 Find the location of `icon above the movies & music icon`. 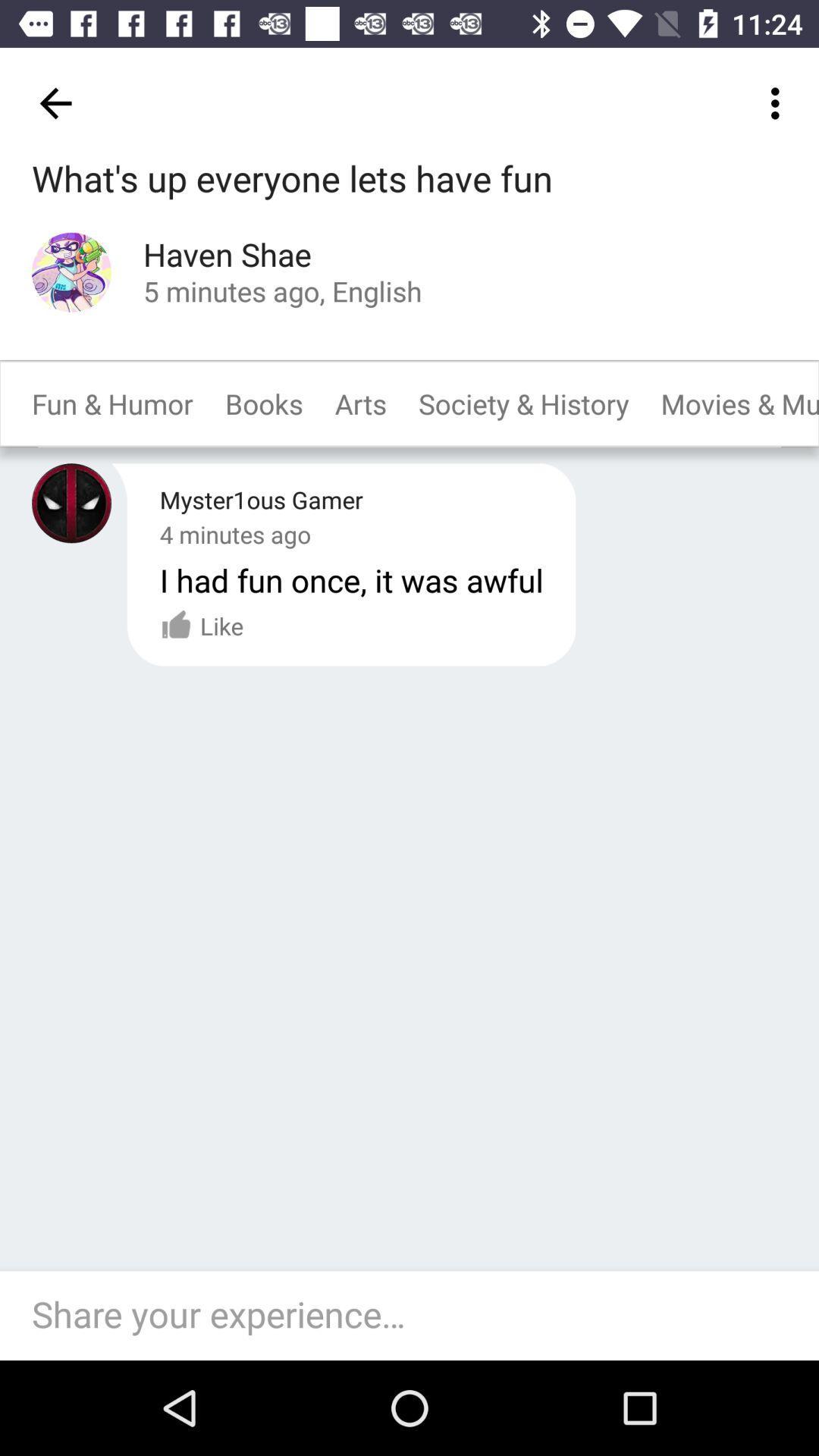

icon above the movies & music icon is located at coordinates (779, 102).